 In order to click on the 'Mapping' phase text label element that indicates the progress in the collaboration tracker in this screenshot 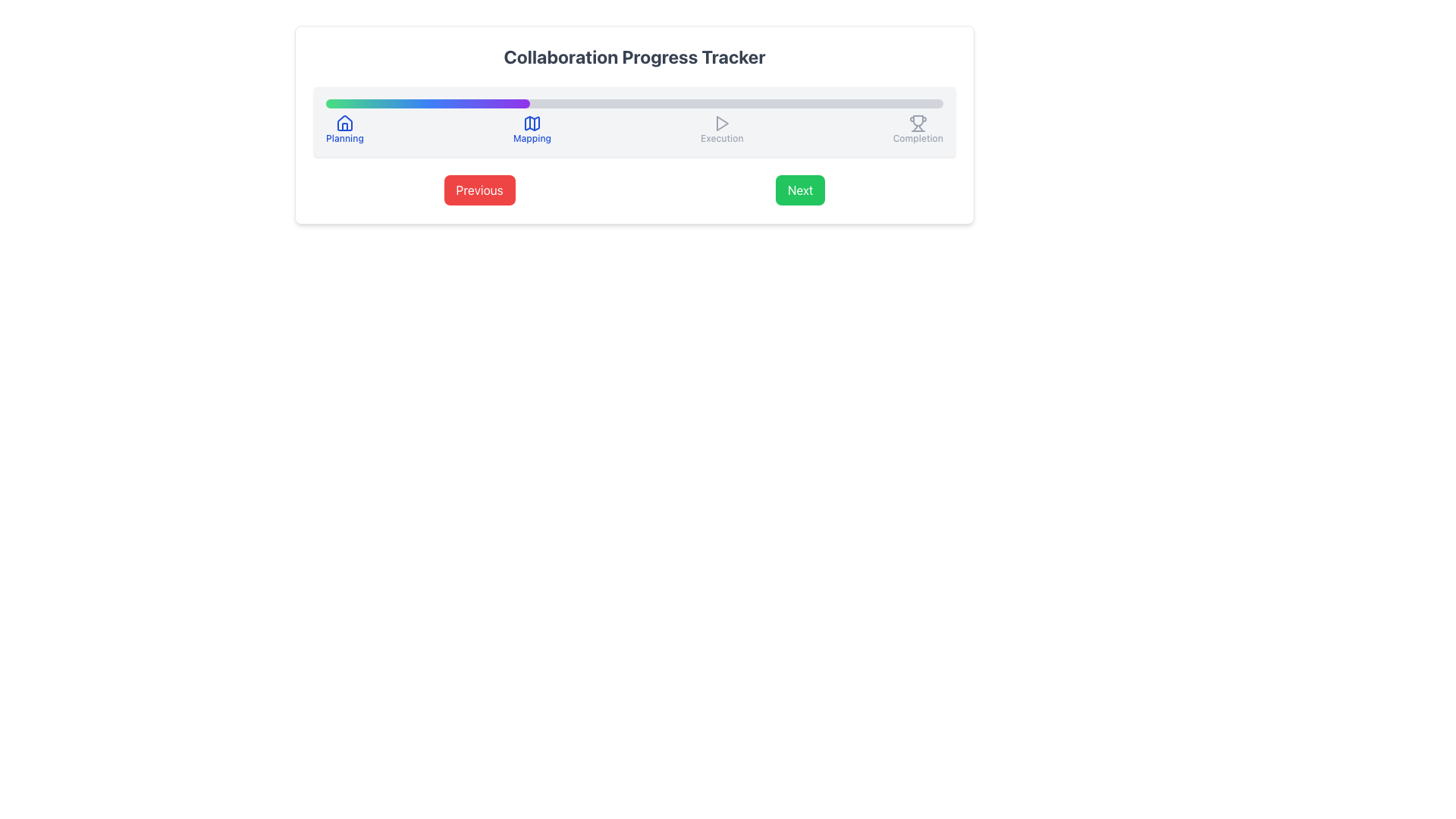, I will do `click(532, 138)`.